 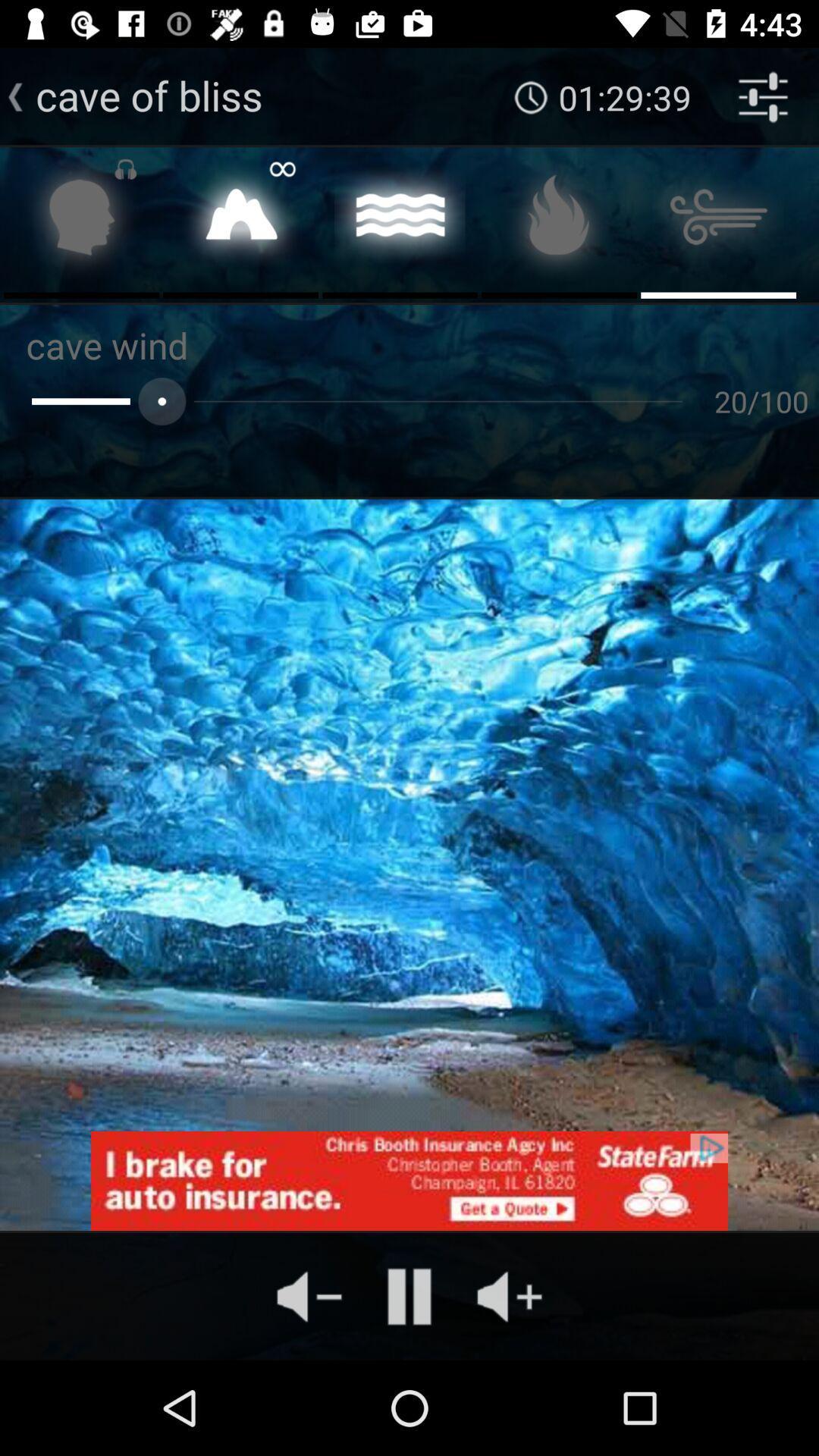 What do you see at coordinates (559, 221) in the screenshot?
I see `icon button` at bounding box center [559, 221].